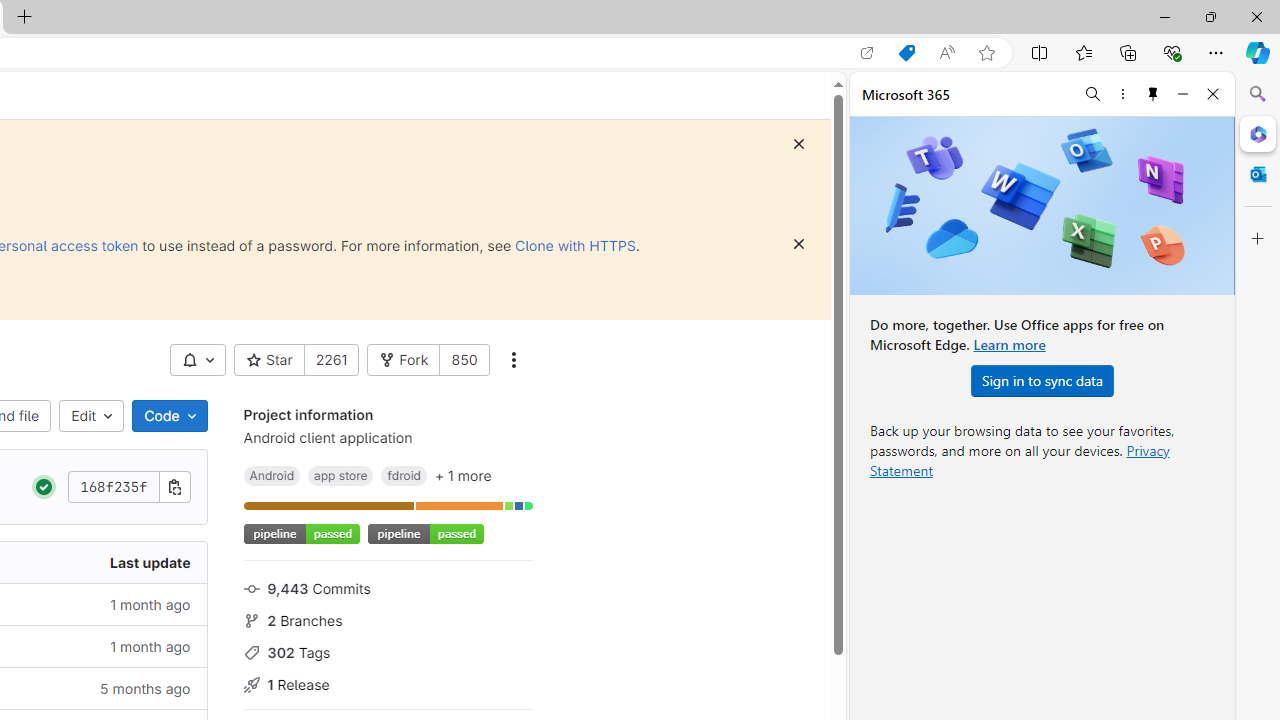 The height and width of the screenshot is (720, 1280). Describe the element at coordinates (198, 360) in the screenshot. I see `'AutomationID: __BVID__332__BV_toggle_'` at that location.